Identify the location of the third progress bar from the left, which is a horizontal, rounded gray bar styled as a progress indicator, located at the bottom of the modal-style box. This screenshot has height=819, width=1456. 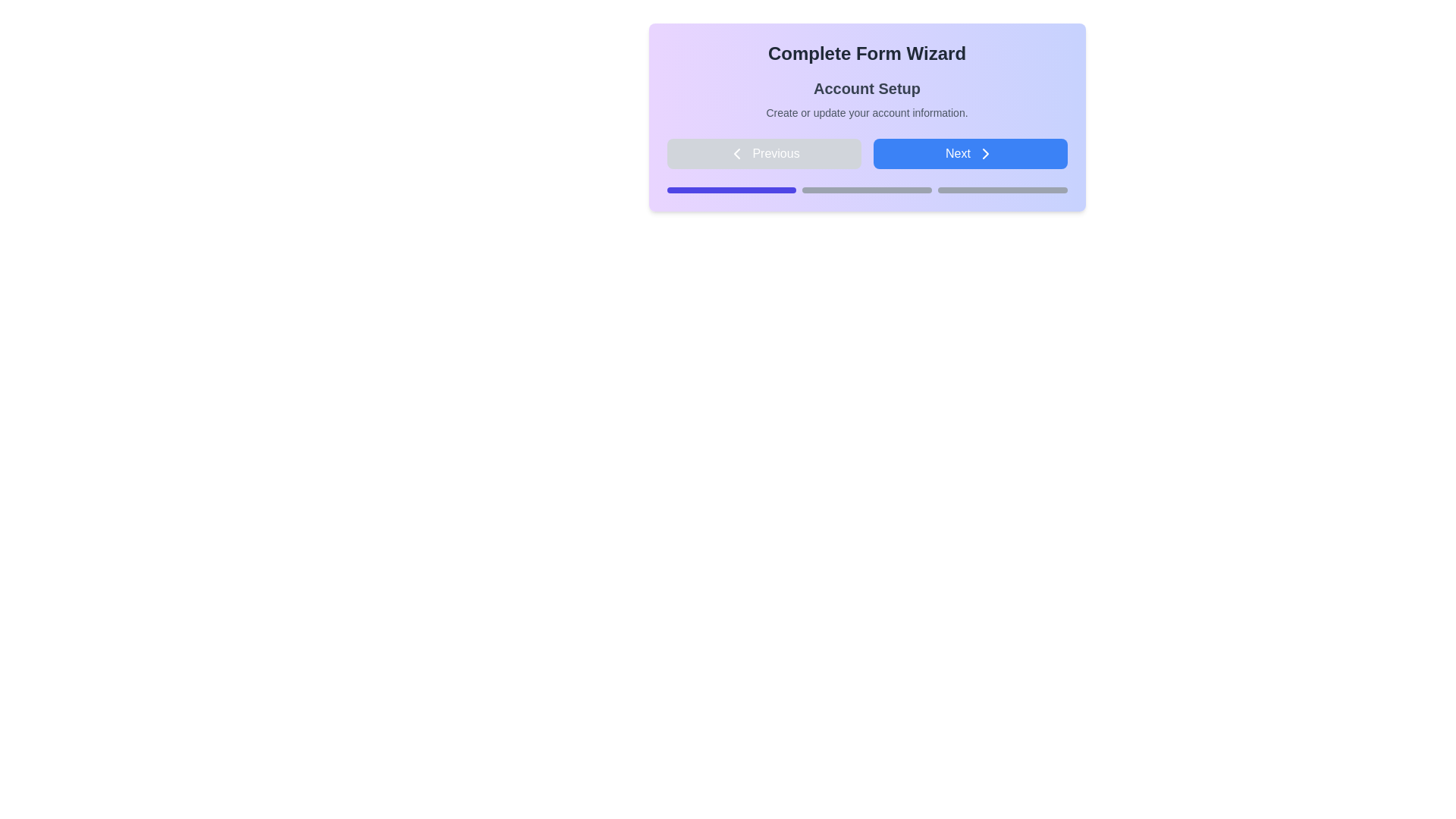
(1003, 189).